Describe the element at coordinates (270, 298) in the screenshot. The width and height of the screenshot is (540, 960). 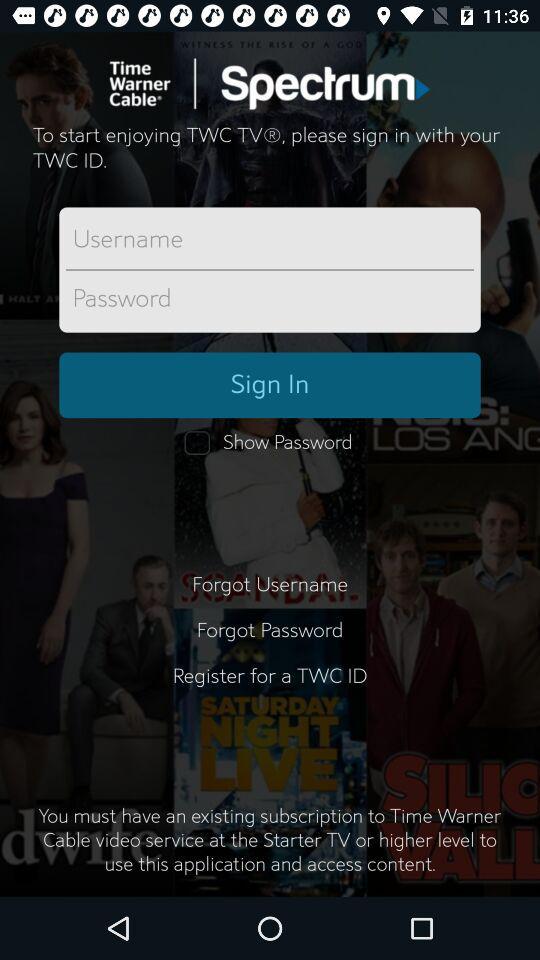
I see `password` at that location.